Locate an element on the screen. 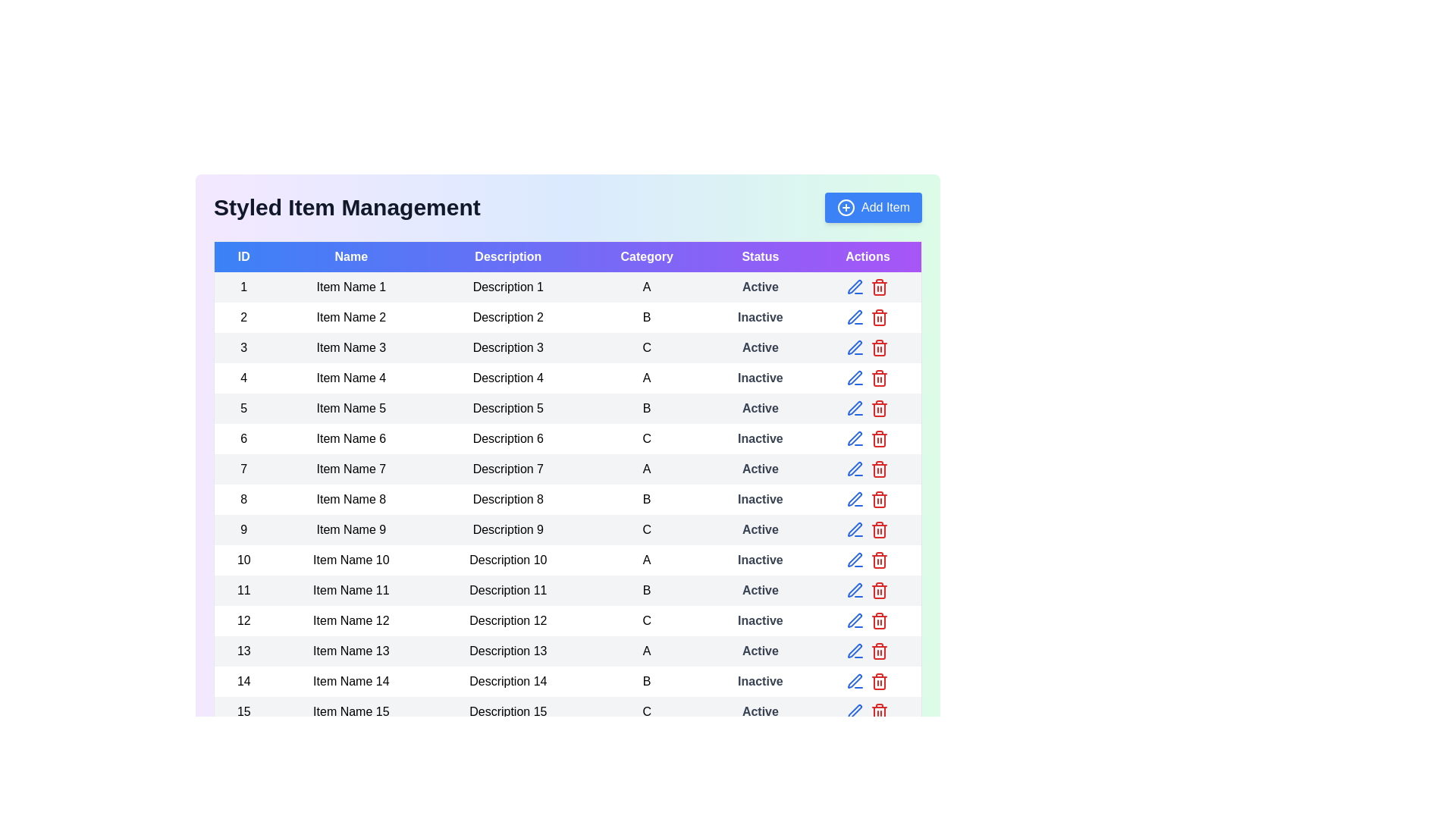  the 'Add Item' button to initiate the process of adding a new item is located at coordinates (874, 207).